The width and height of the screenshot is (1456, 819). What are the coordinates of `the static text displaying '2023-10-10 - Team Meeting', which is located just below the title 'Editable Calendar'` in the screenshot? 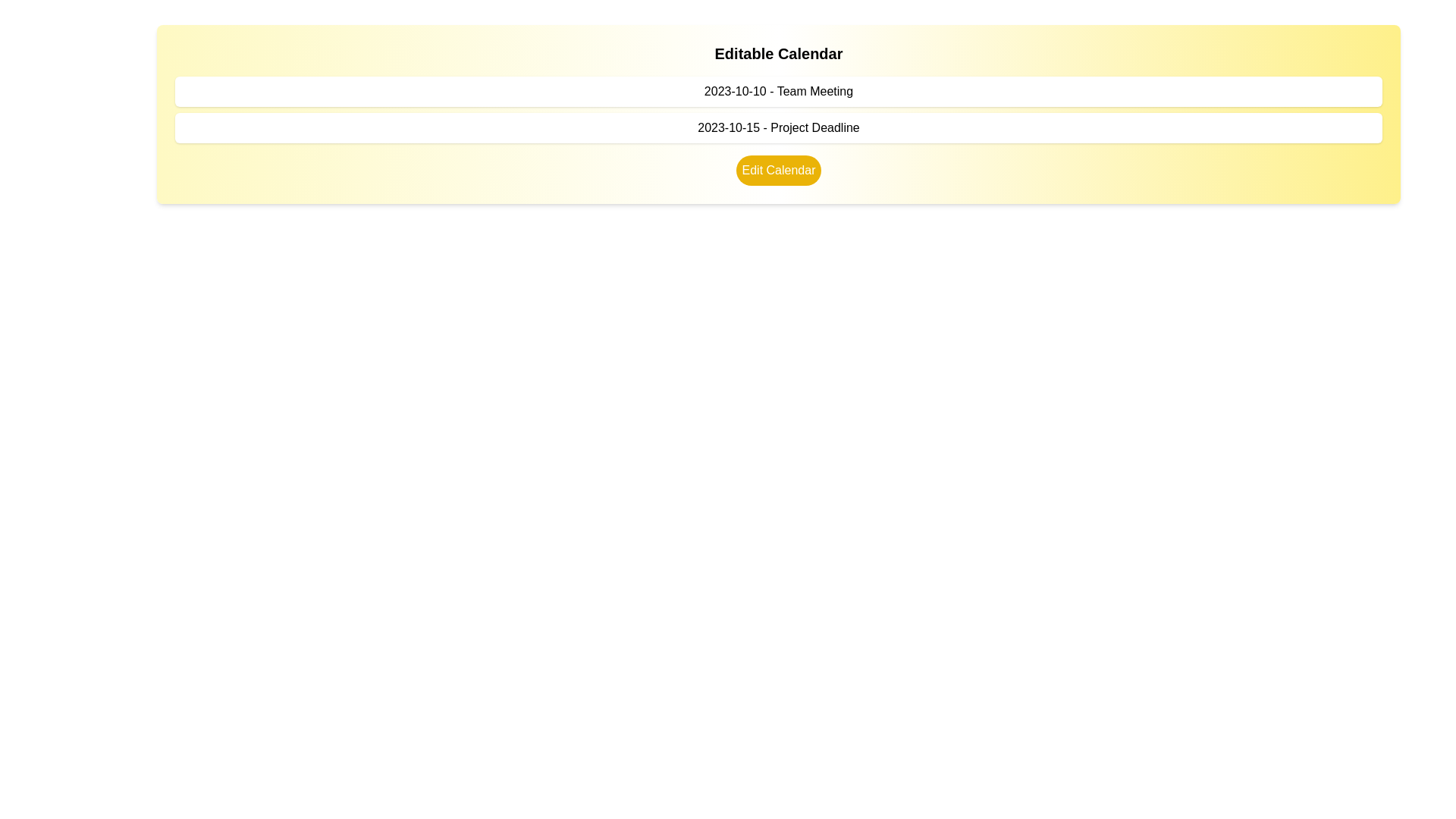 It's located at (779, 91).